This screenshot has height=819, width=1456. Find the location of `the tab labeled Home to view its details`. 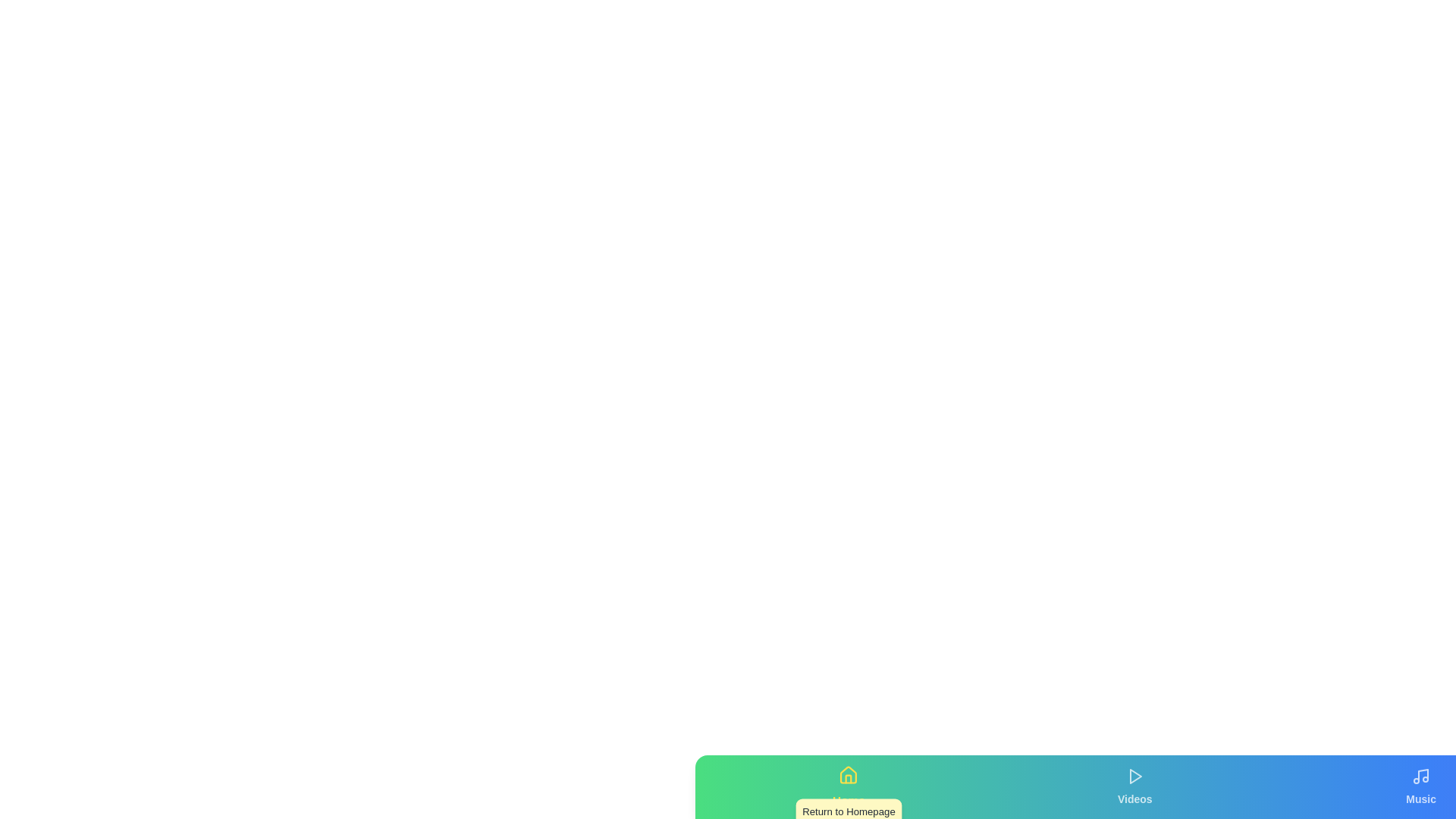

the tab labeled Home to view its details is located at coordinates (848, 786).